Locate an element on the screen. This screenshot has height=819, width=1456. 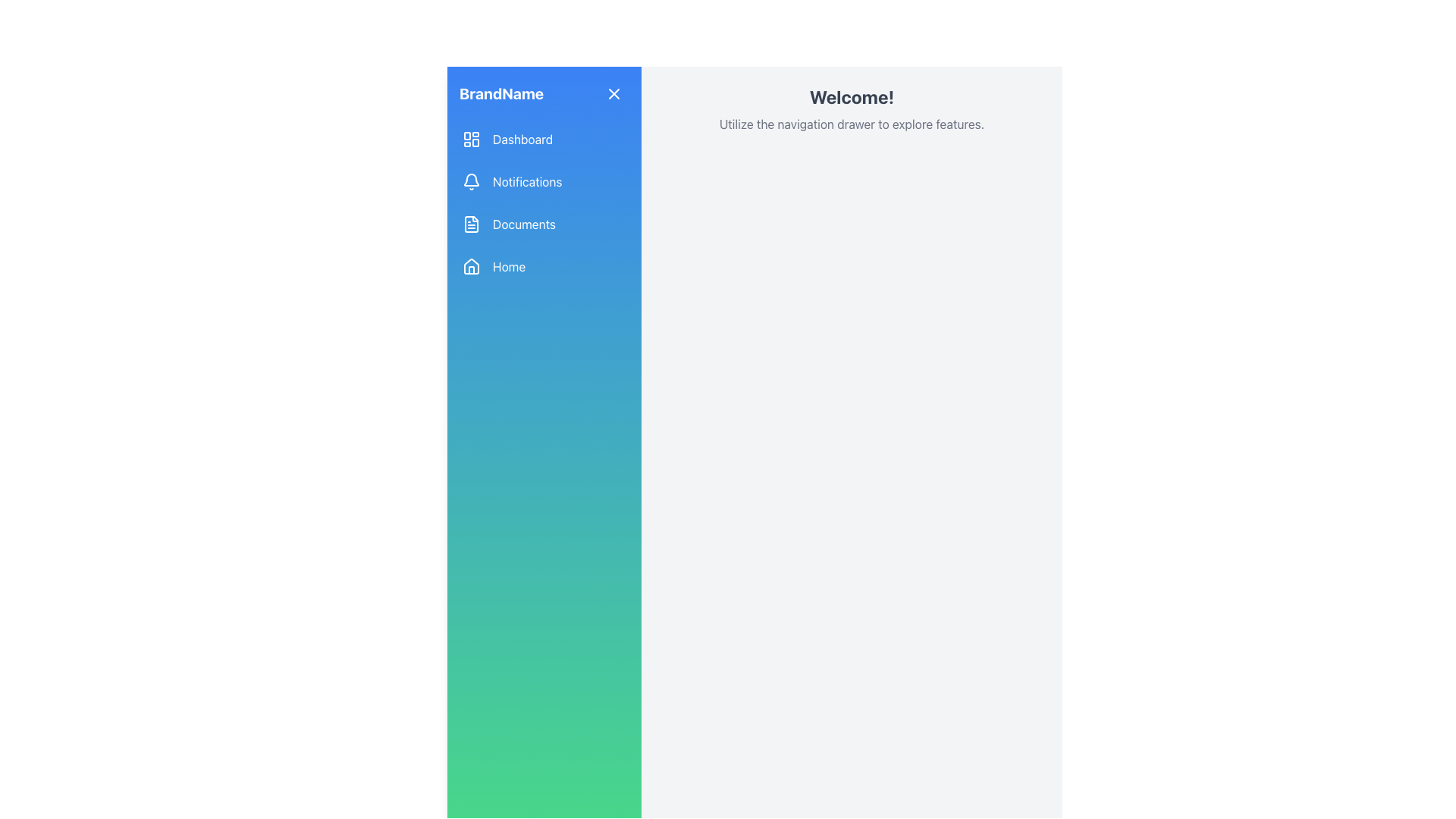
the static text element that serves as a header or welcome message, positioned centrally at the top of the content area, to the right of the navigation drawer is located at coordinates (852, 96).